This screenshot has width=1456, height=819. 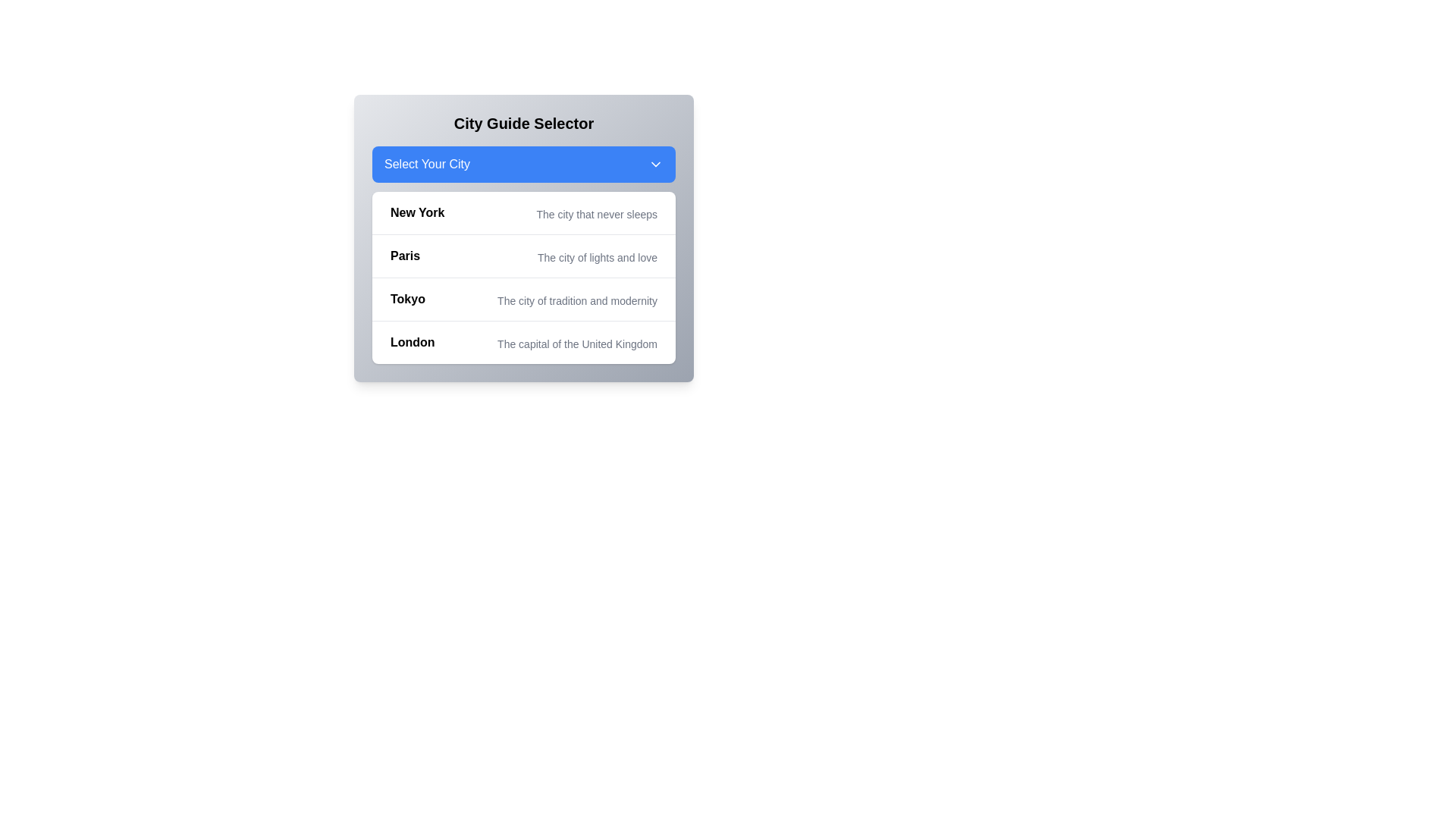 What do you see at coordinates (524, 213) in the screenshot?
I see `the first item in the city guide selector` at bounding box center [524, 213].